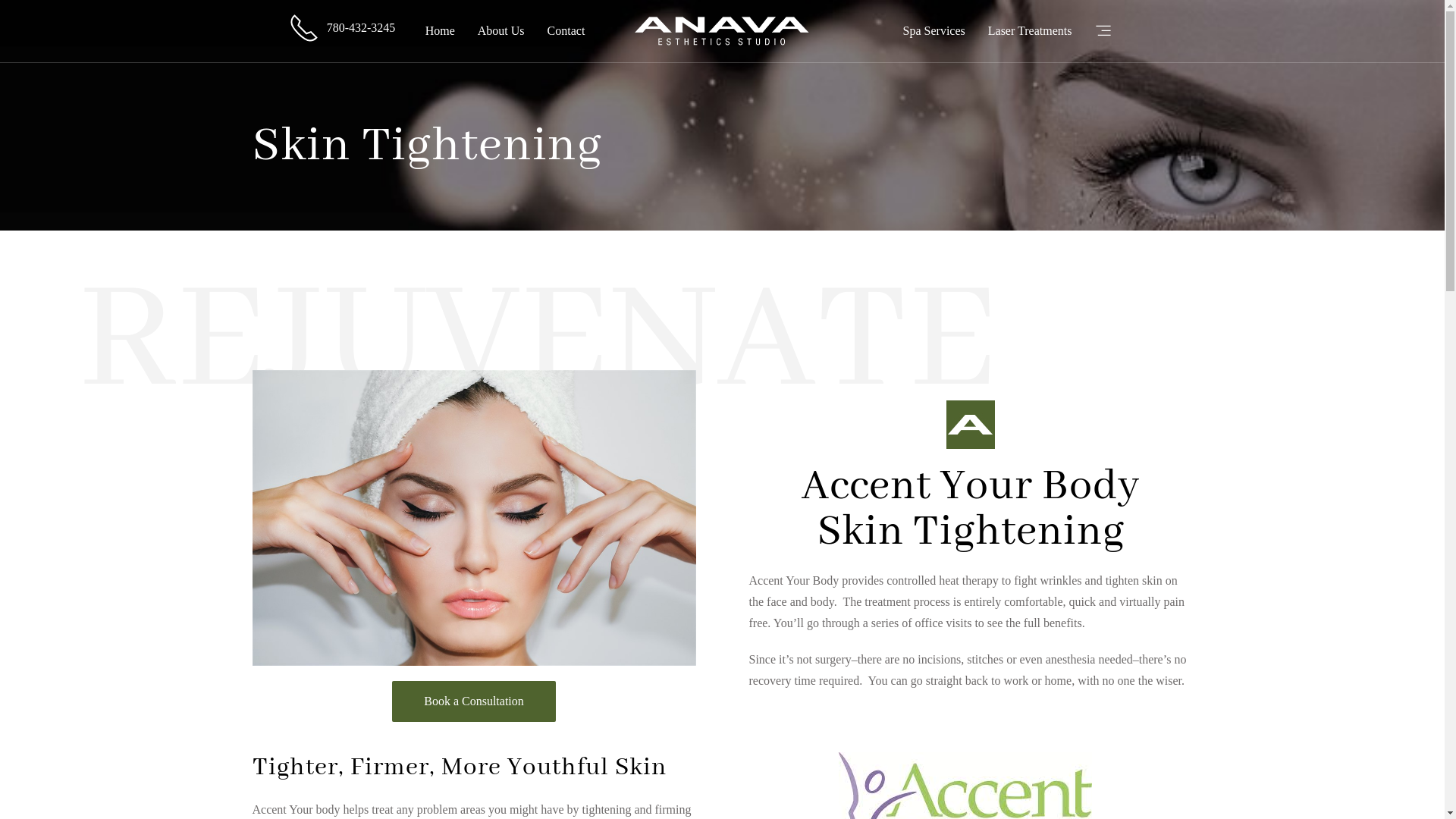 The height and width of the screenshot is (819, 1456). What do you see at coordinates (392, 701) in the screenshot?
I see `'Book a Consultation'` at bounding box center [392, 701].